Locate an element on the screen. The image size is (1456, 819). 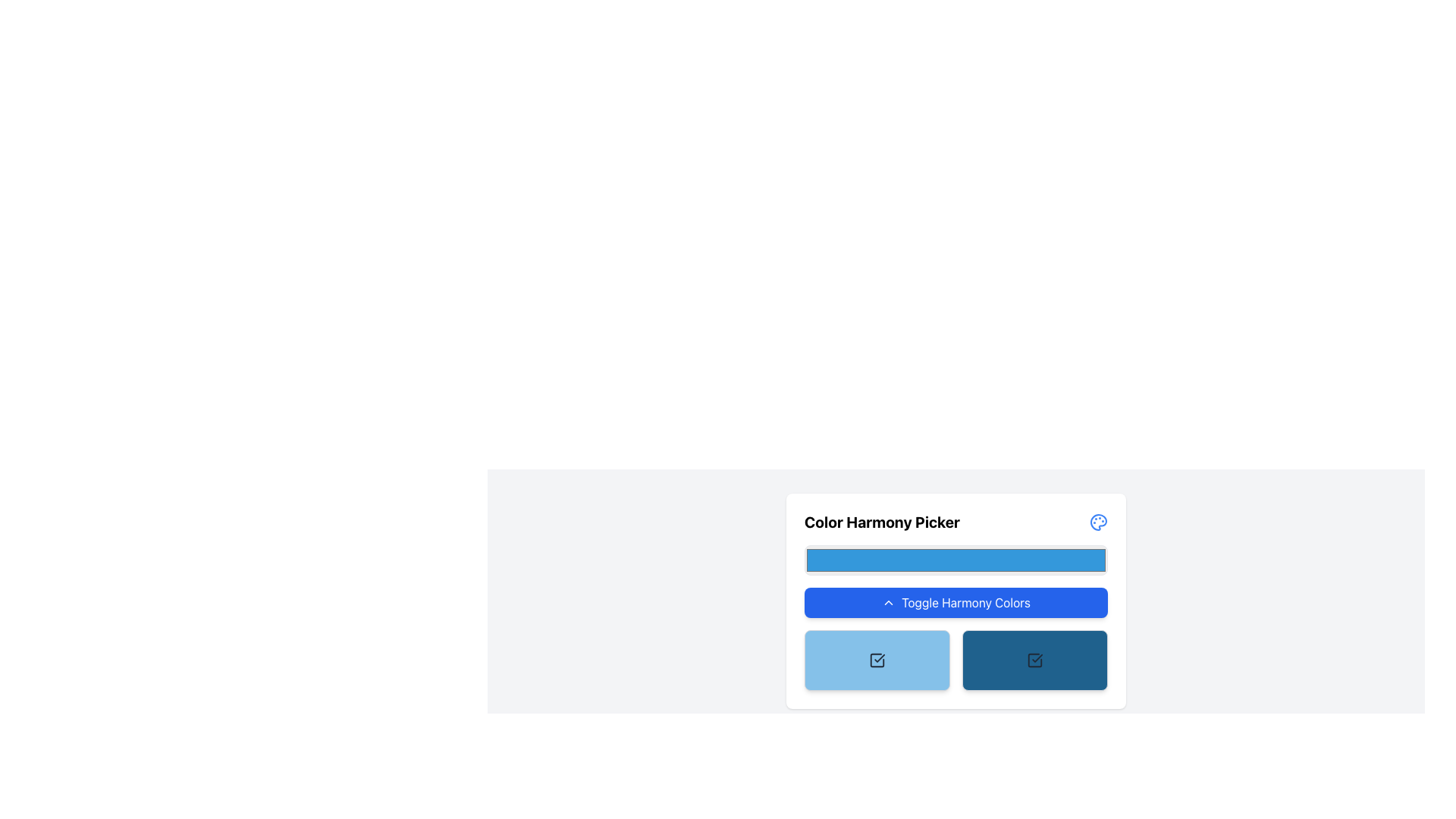
icon located in the leftmost button below the 'Toggle Harmony Colors' UI component in the 'Color Harmony Picker' interface for additional metadata is located at coordinates (877, 660).